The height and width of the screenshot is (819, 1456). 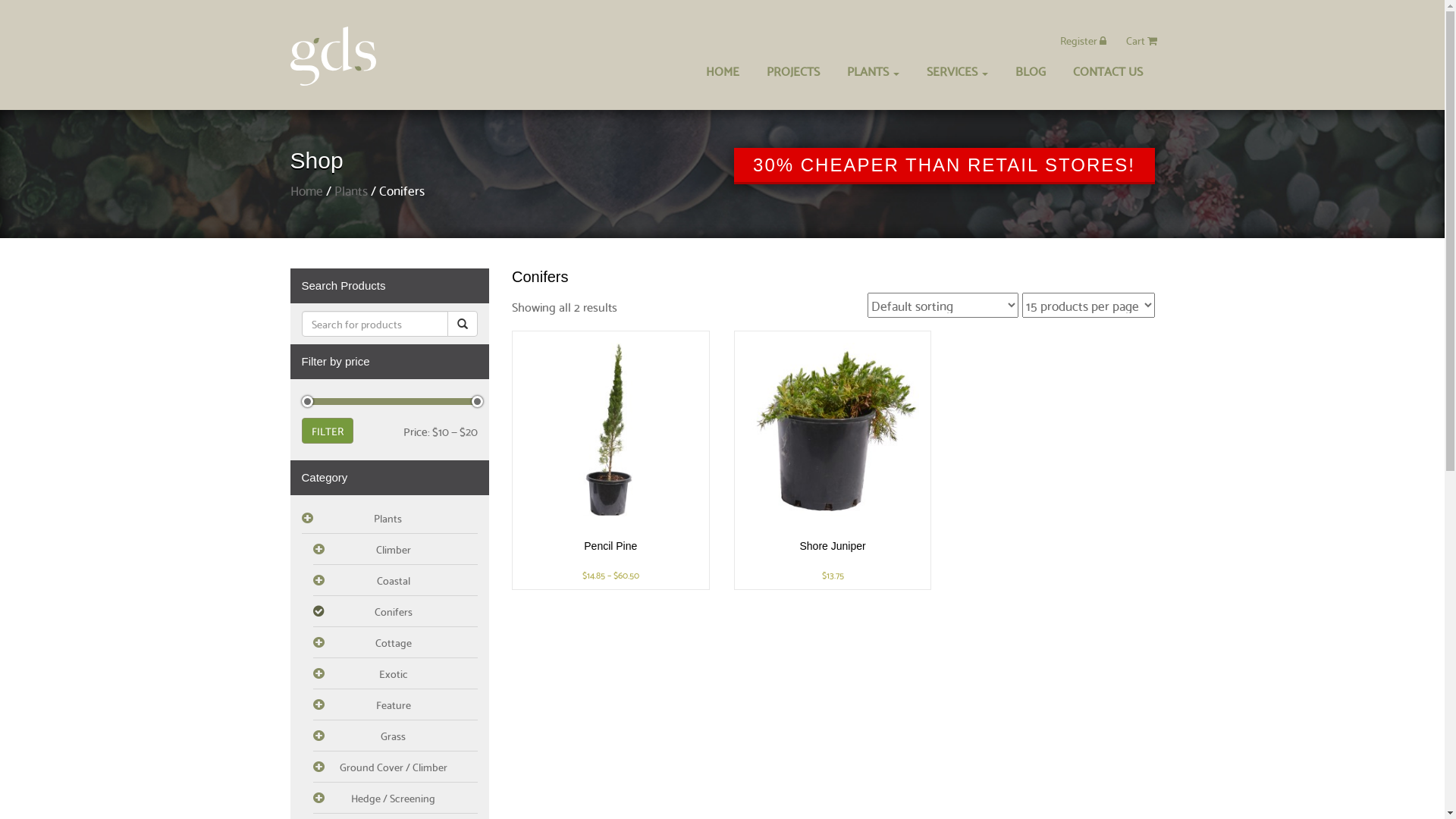 I want to click on 'Ground Cover / Climber', so click(x=395, y=767).